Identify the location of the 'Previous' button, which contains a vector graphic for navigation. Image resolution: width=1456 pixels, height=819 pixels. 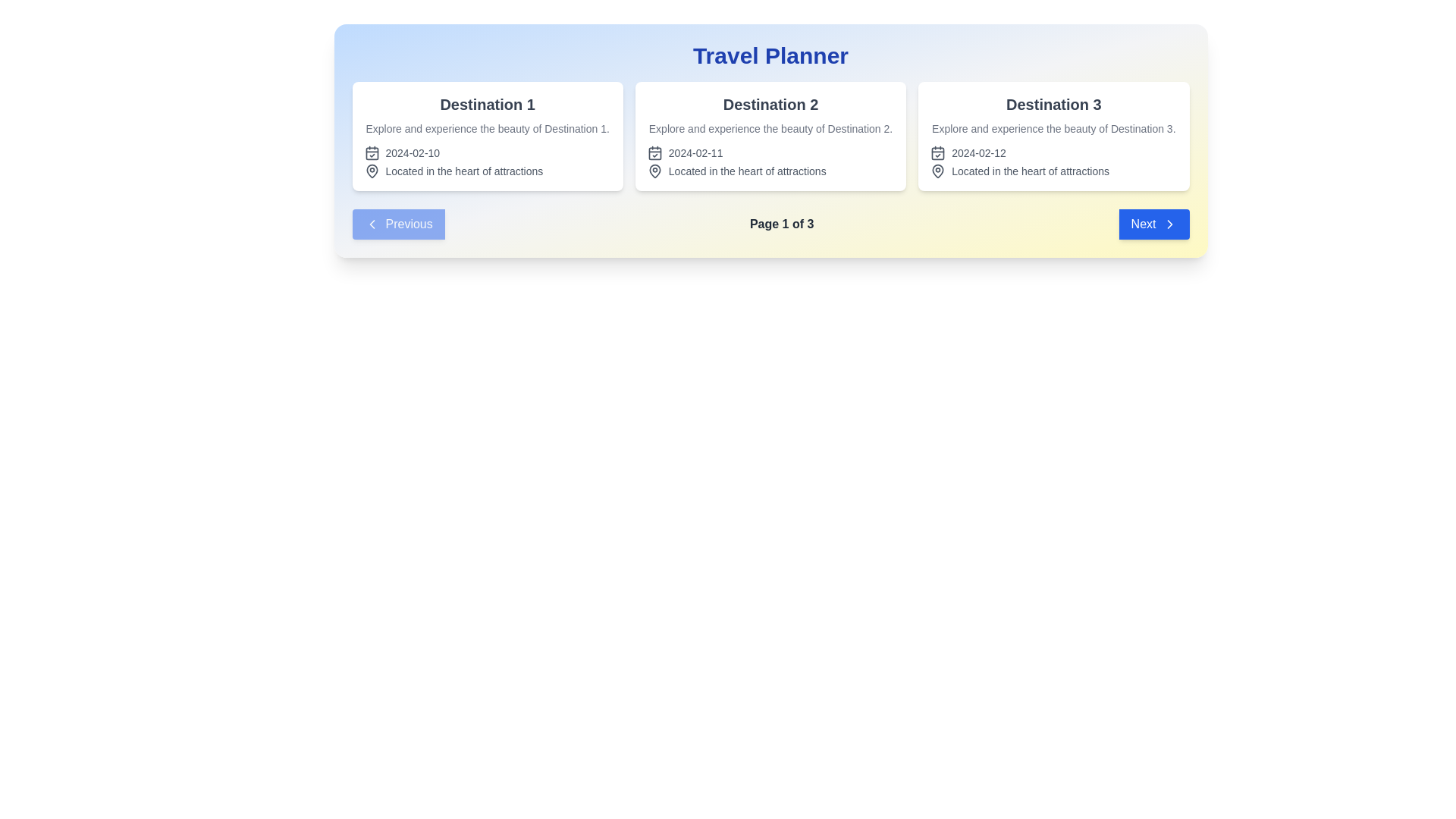
(372, 224).